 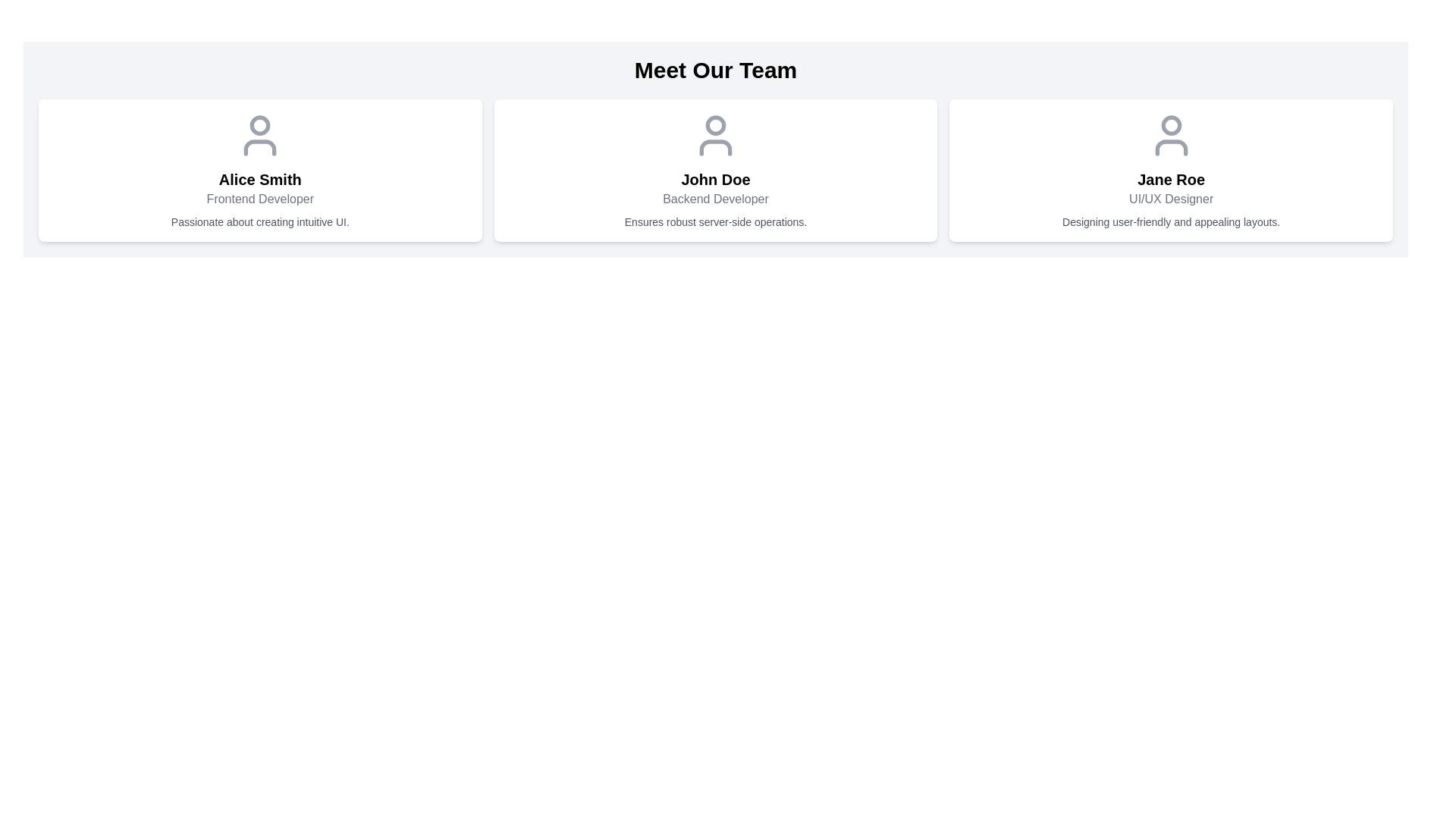 I want to click on the circular graphical element representing the user's head in the user profile icon within the 'Jane Roe' card in the 'Meet Our Team' section, so click(x=1170, y=124).